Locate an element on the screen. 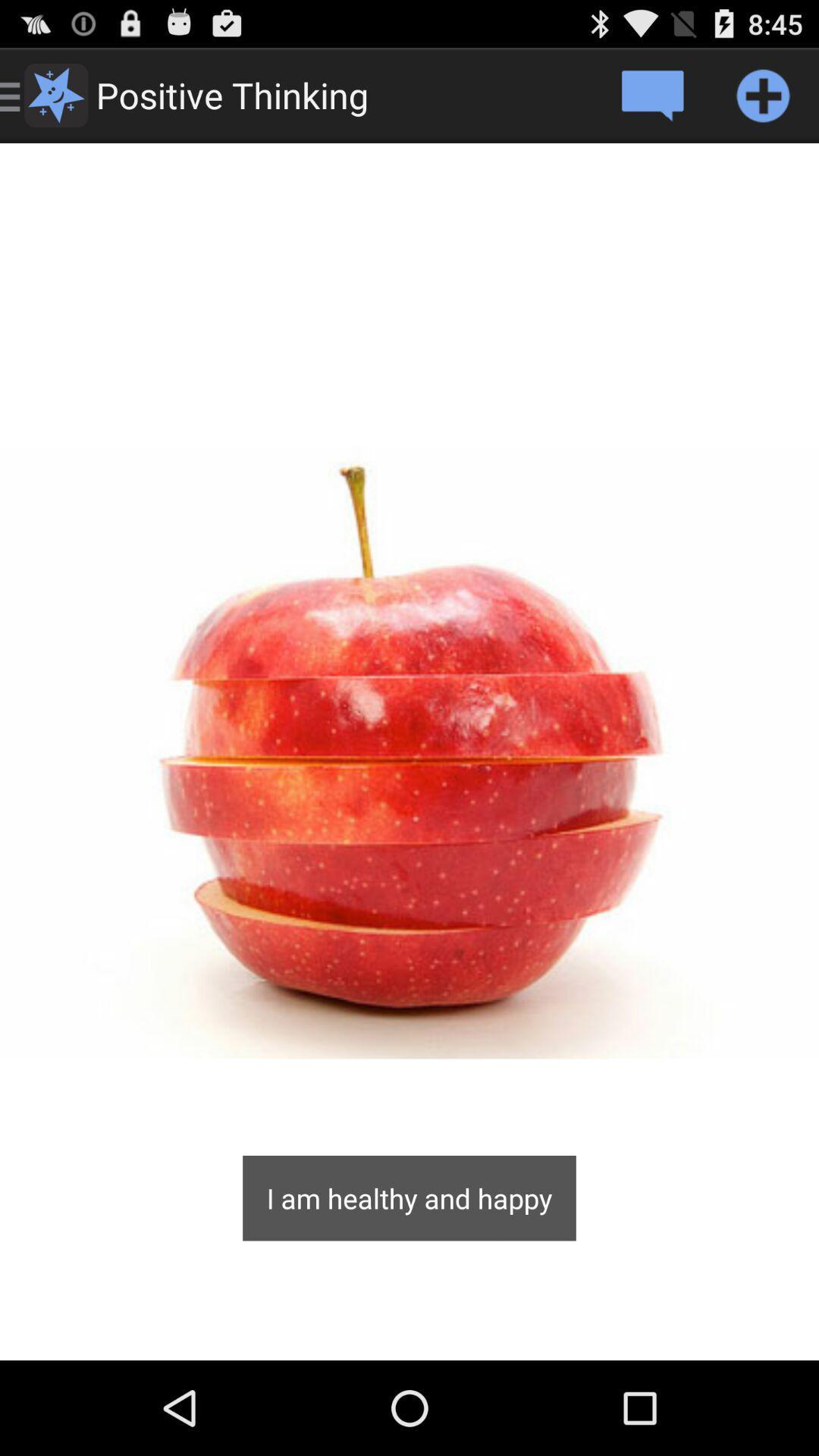 The width and height of the screenshot is (819, 1456). comment is located at coordinates (651, 94).